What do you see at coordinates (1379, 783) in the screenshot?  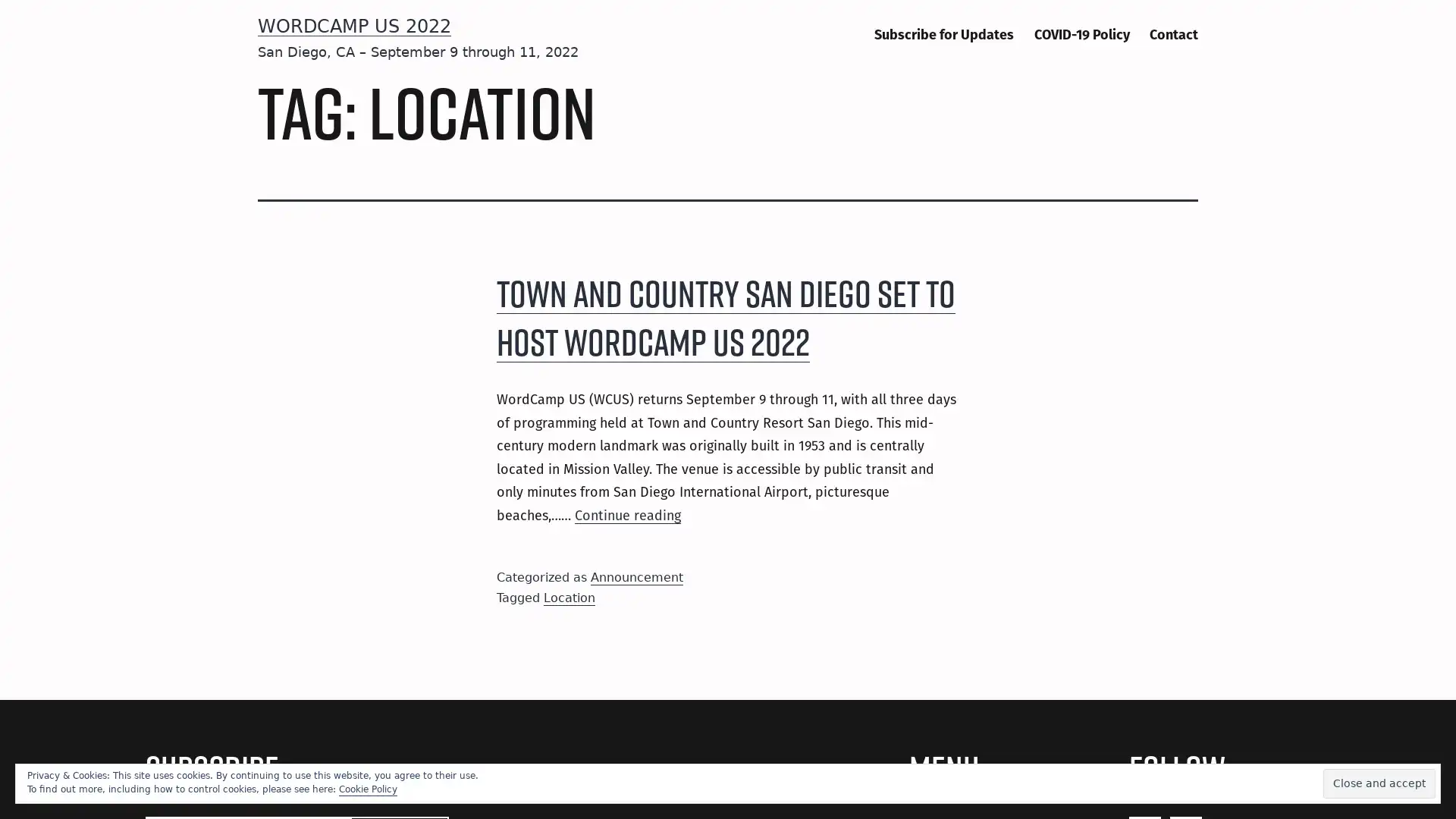 I see `Close and accept` at bounding box center [1379, 783].